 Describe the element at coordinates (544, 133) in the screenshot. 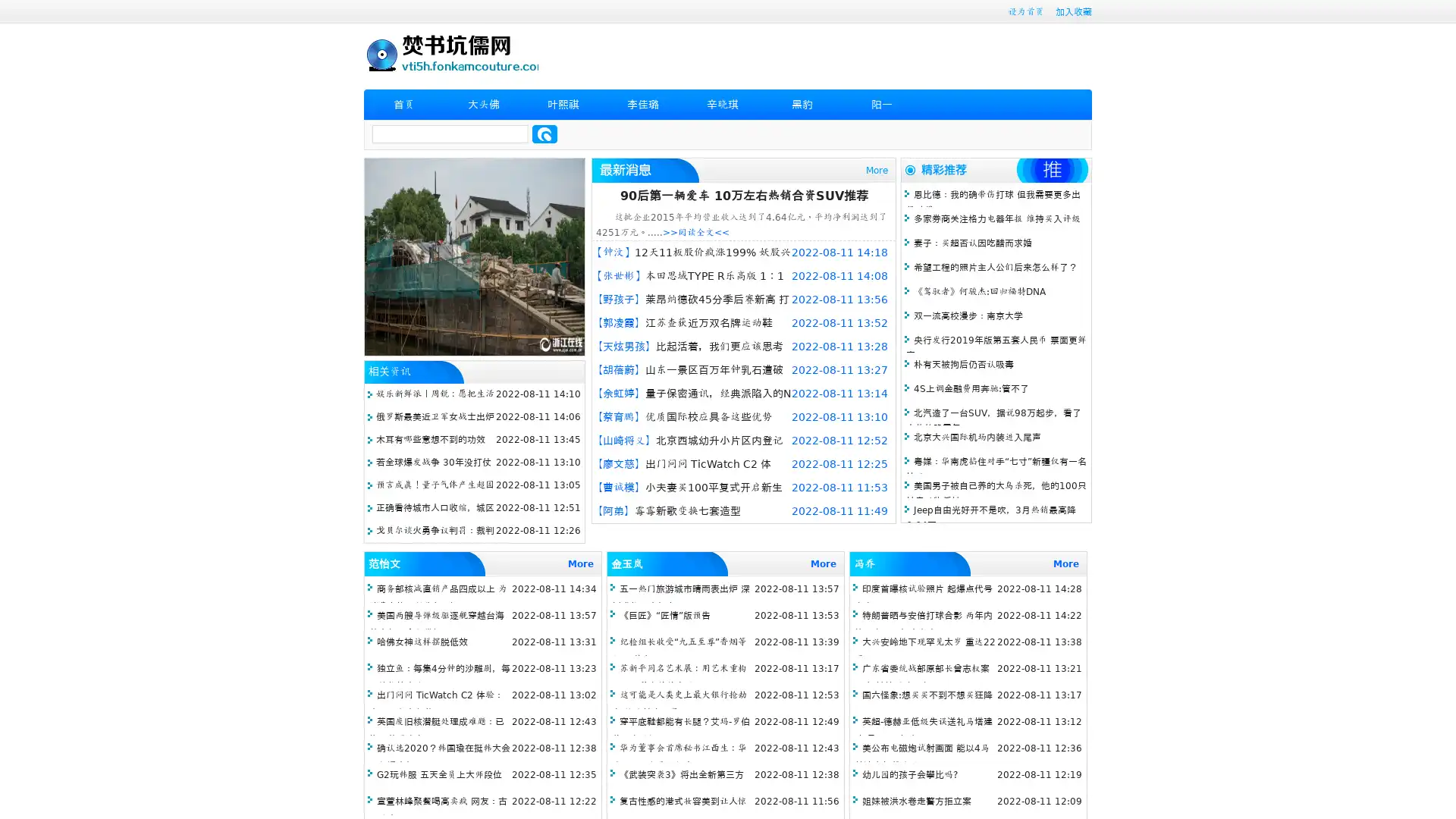

I see `Search` at that location.